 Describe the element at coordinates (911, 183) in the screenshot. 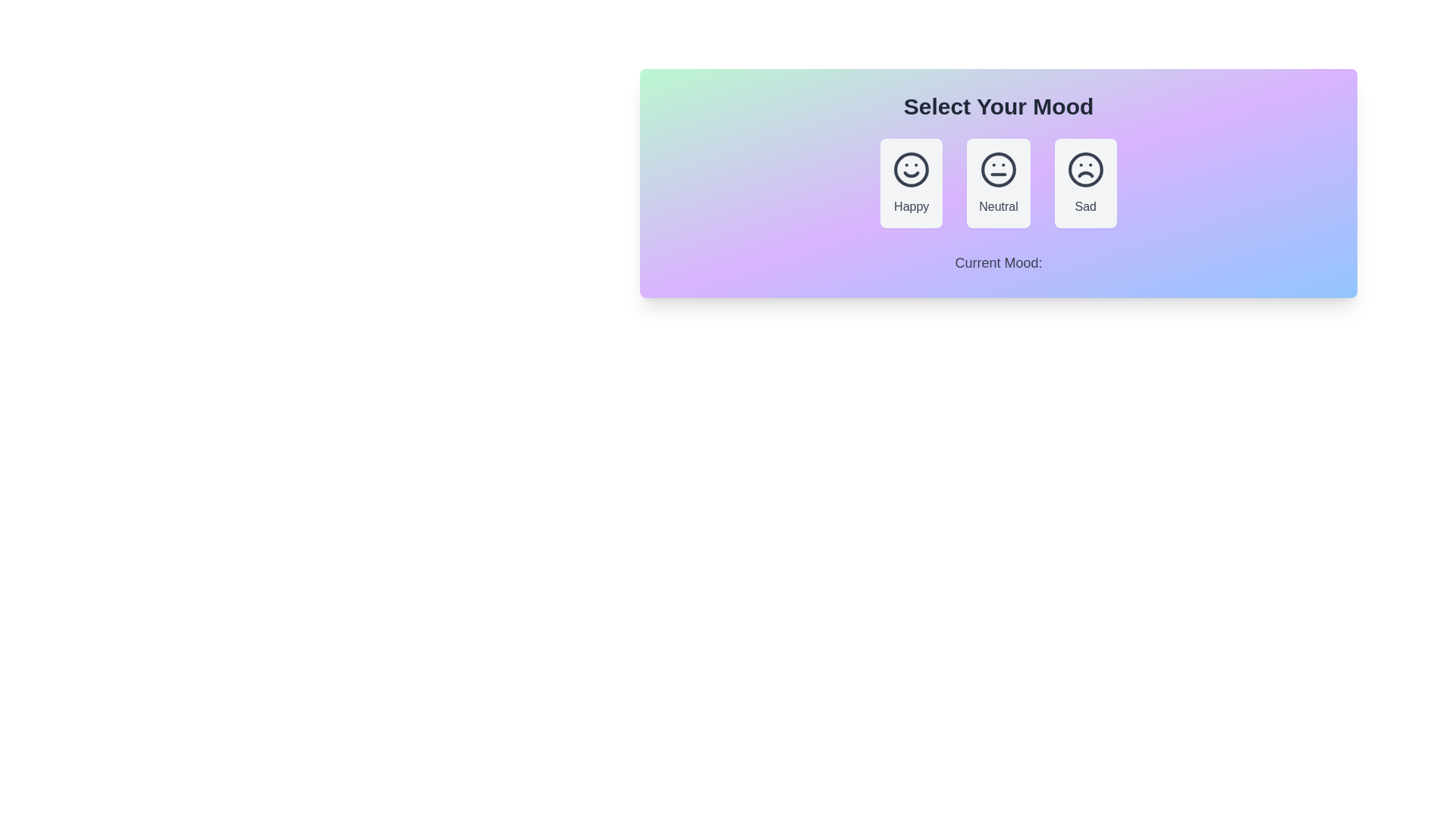

I see `the Happy button to select the corresponding mood` at that location.